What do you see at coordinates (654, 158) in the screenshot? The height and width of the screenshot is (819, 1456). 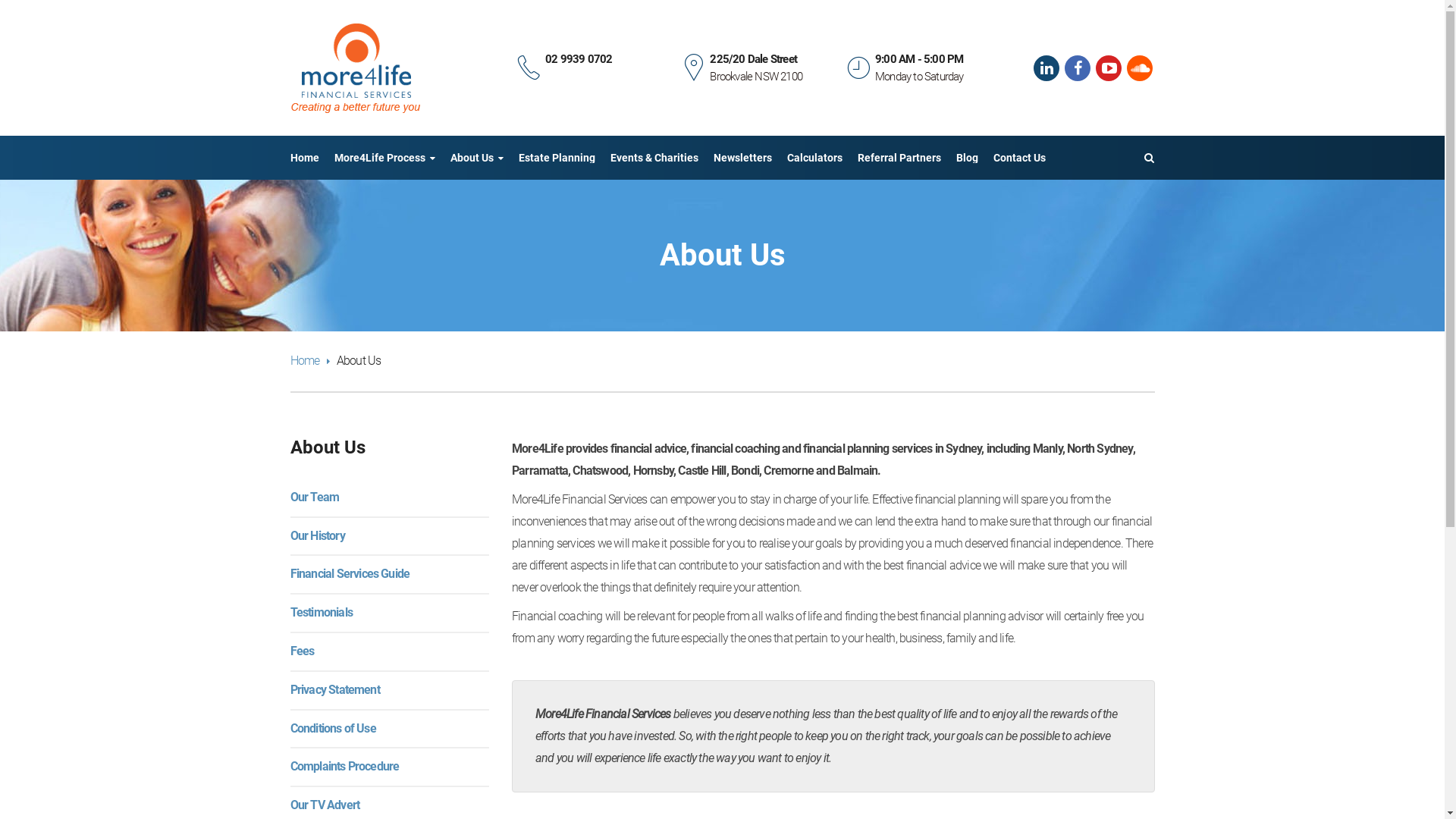 I see `'Events & Charities'` at bounding box center [654, 158].